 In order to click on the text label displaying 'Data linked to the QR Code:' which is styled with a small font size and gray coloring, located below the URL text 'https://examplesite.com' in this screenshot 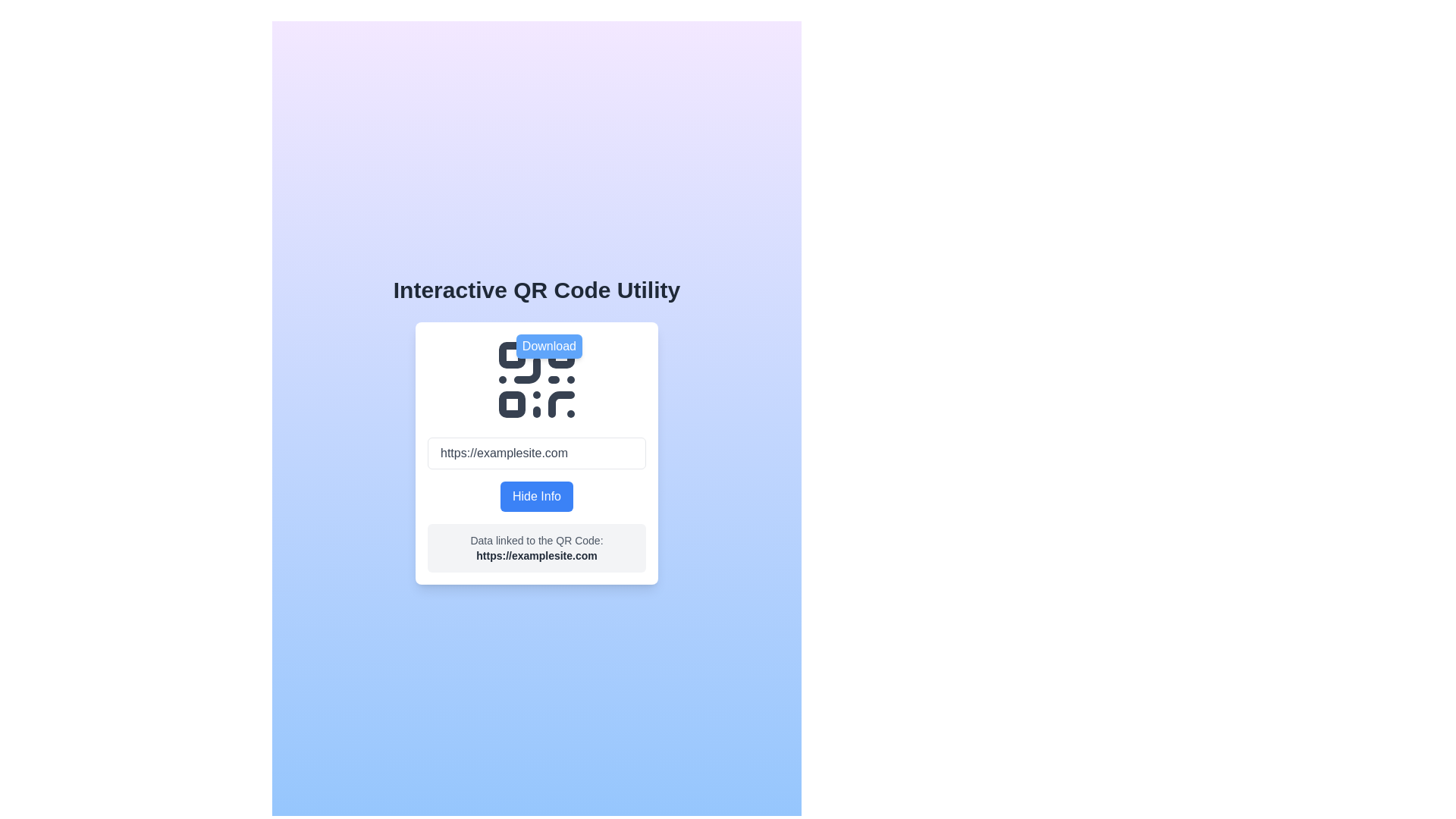, I will do `click(537, 540)`.